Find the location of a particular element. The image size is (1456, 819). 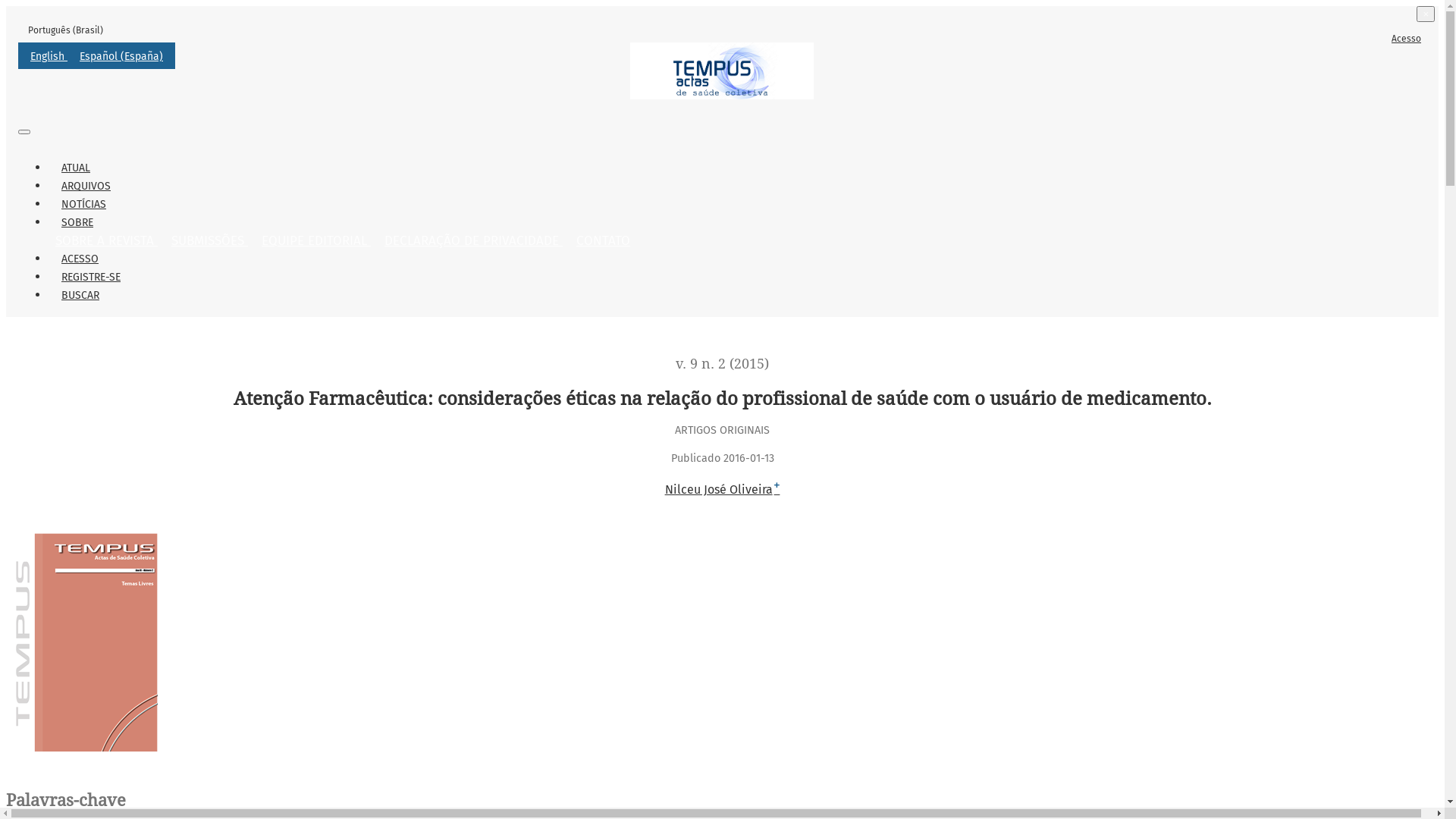

'REGISTRE-SE' is located at coordinates (48, 277).